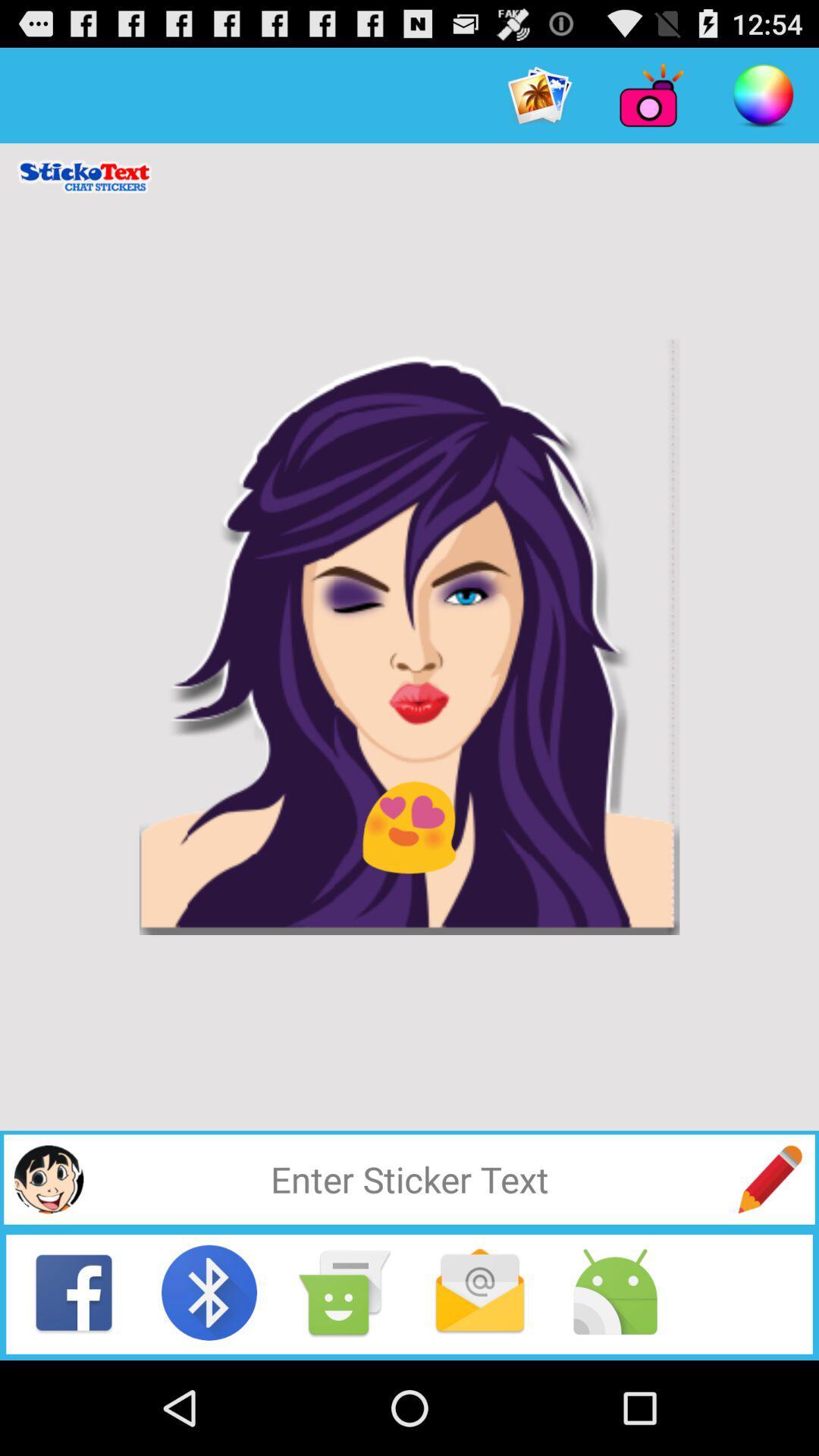 The width and height of the screenshot is (819, 1456). Describe the element at coordinates (615, 1291) in the screenshot. I see `this icon indicates the harmful files to avoid crashing` at that location.